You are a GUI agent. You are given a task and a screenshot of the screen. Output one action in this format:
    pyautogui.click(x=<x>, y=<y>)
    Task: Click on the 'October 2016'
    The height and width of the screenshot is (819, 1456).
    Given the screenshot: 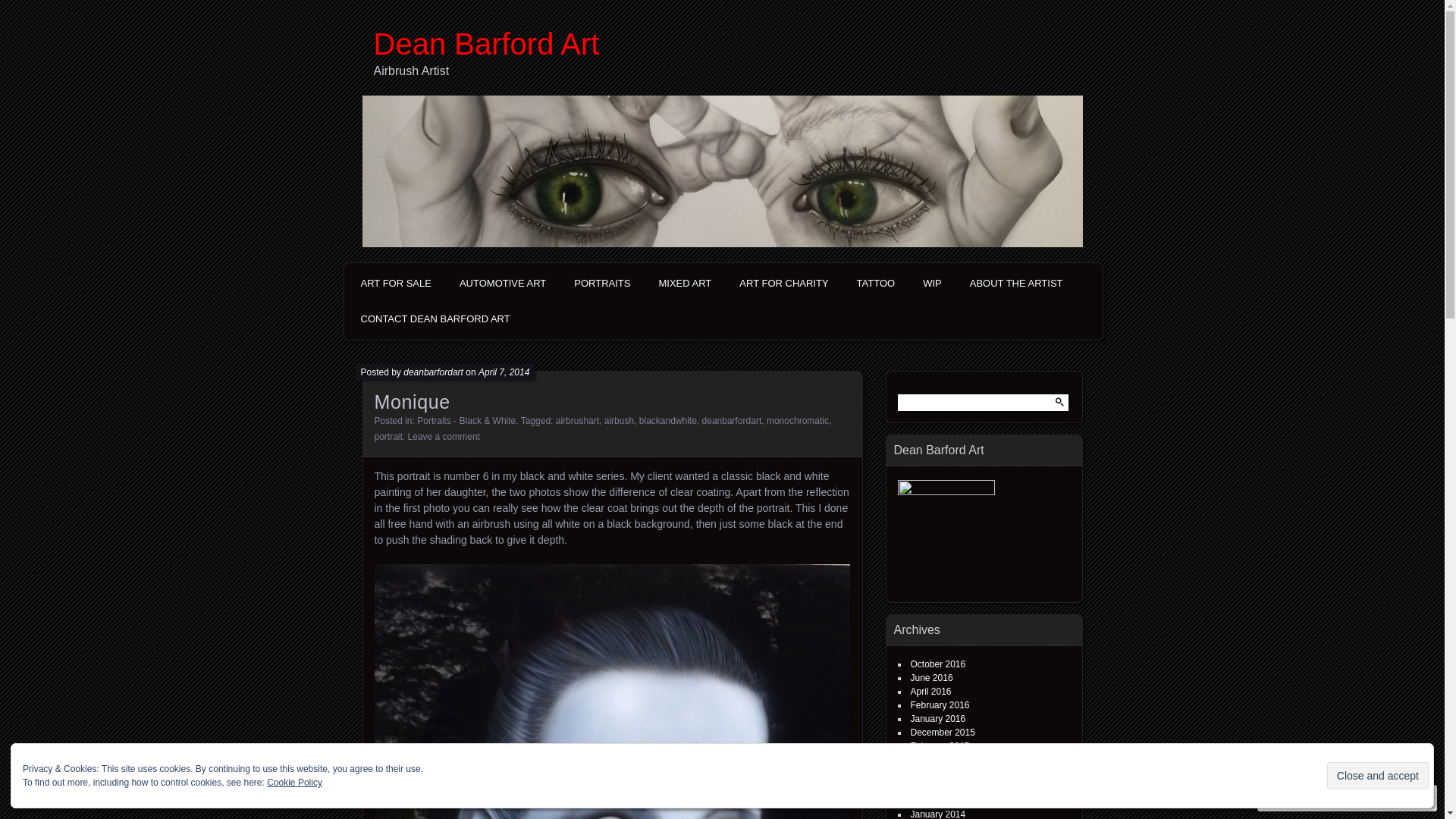 What is the action you would take?
    pyautogui.click(x=937, y=663)
    